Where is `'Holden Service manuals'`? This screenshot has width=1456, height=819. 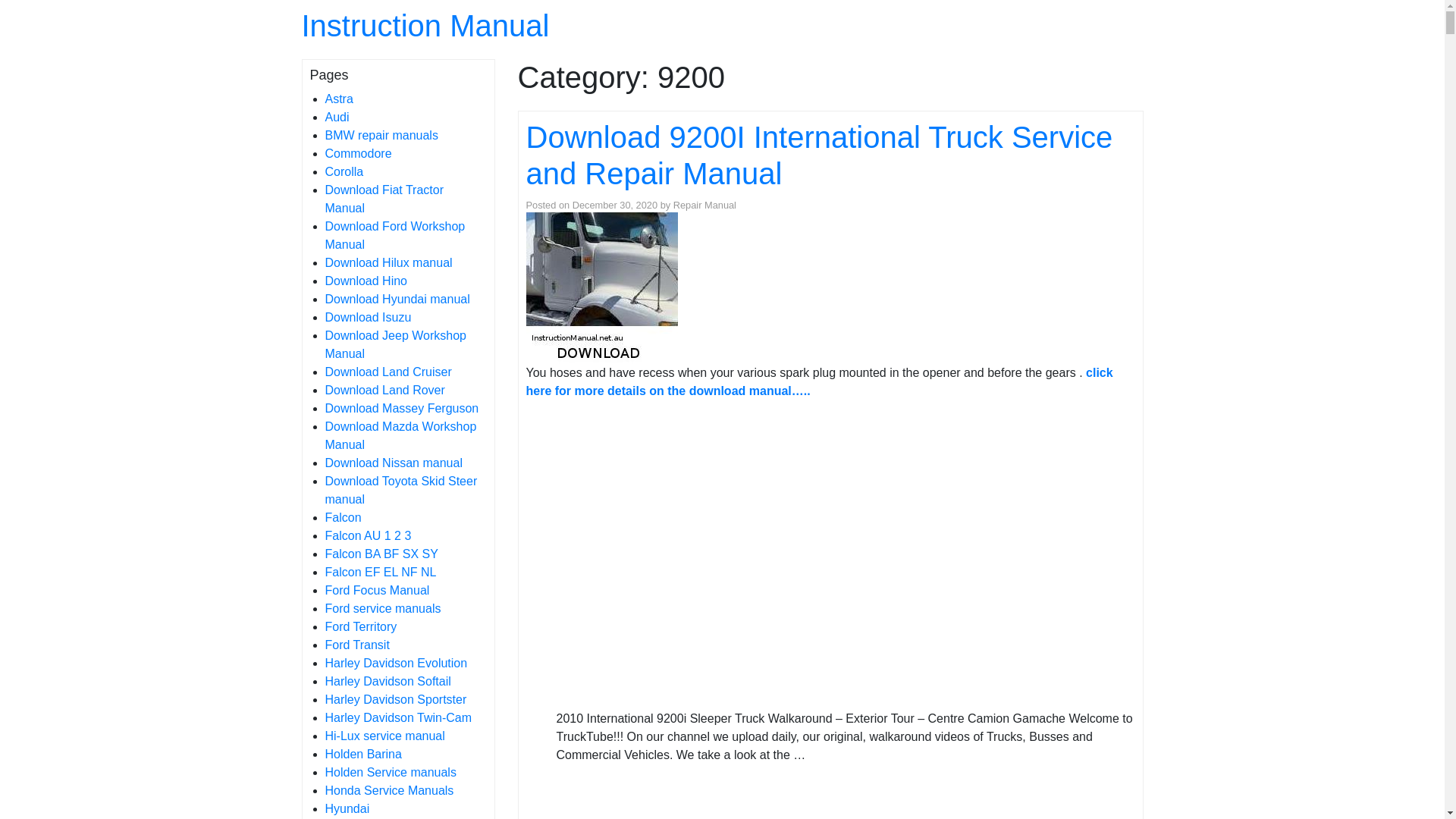
'Holden Service manuals' is located at coordinates (323, 772).